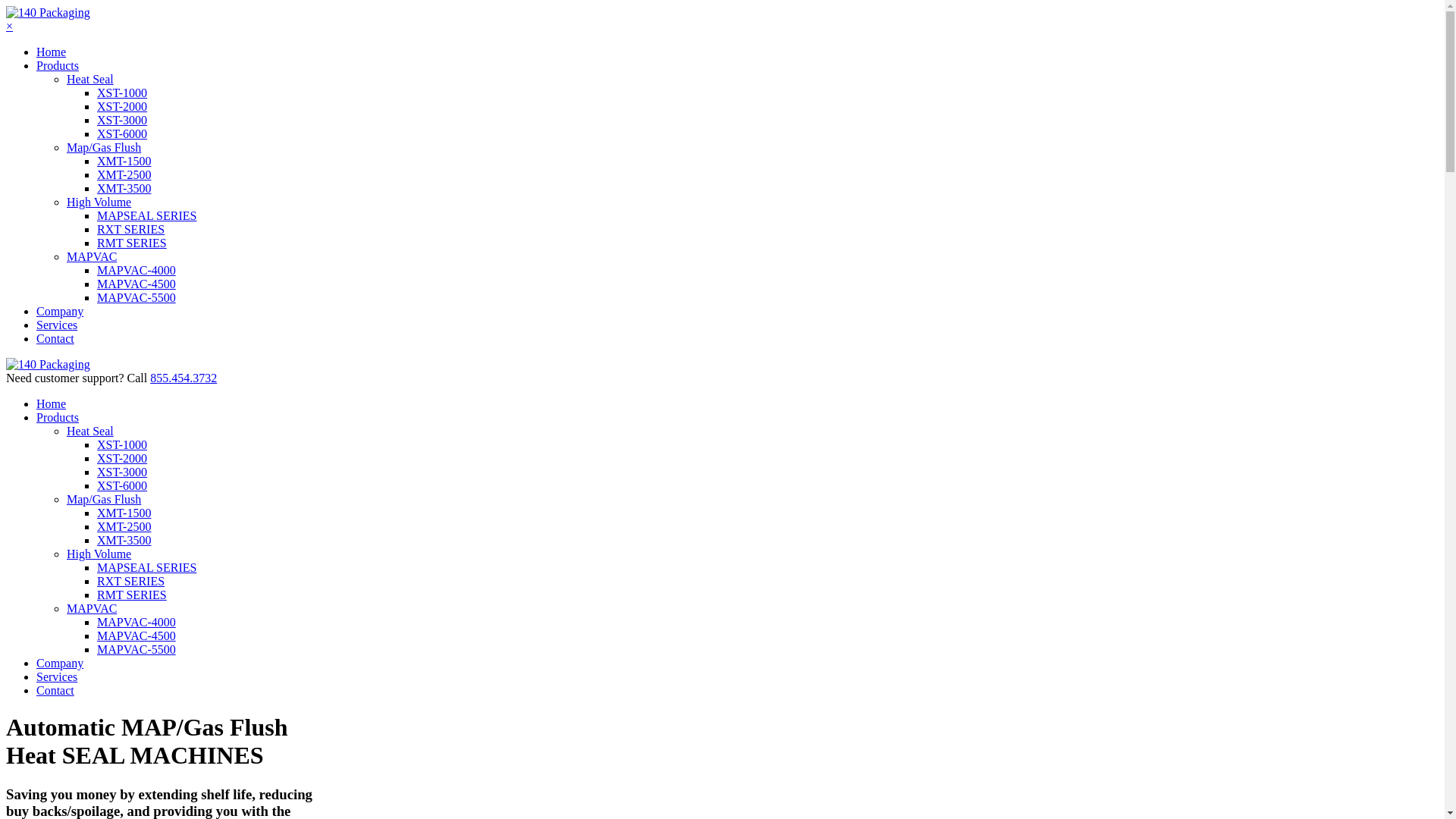 The image size is (1456, 819). What do you see at coordinates (96, 229) in the screenshot?
I see `'RXT SERIES'` at bounding box center [96, 229].